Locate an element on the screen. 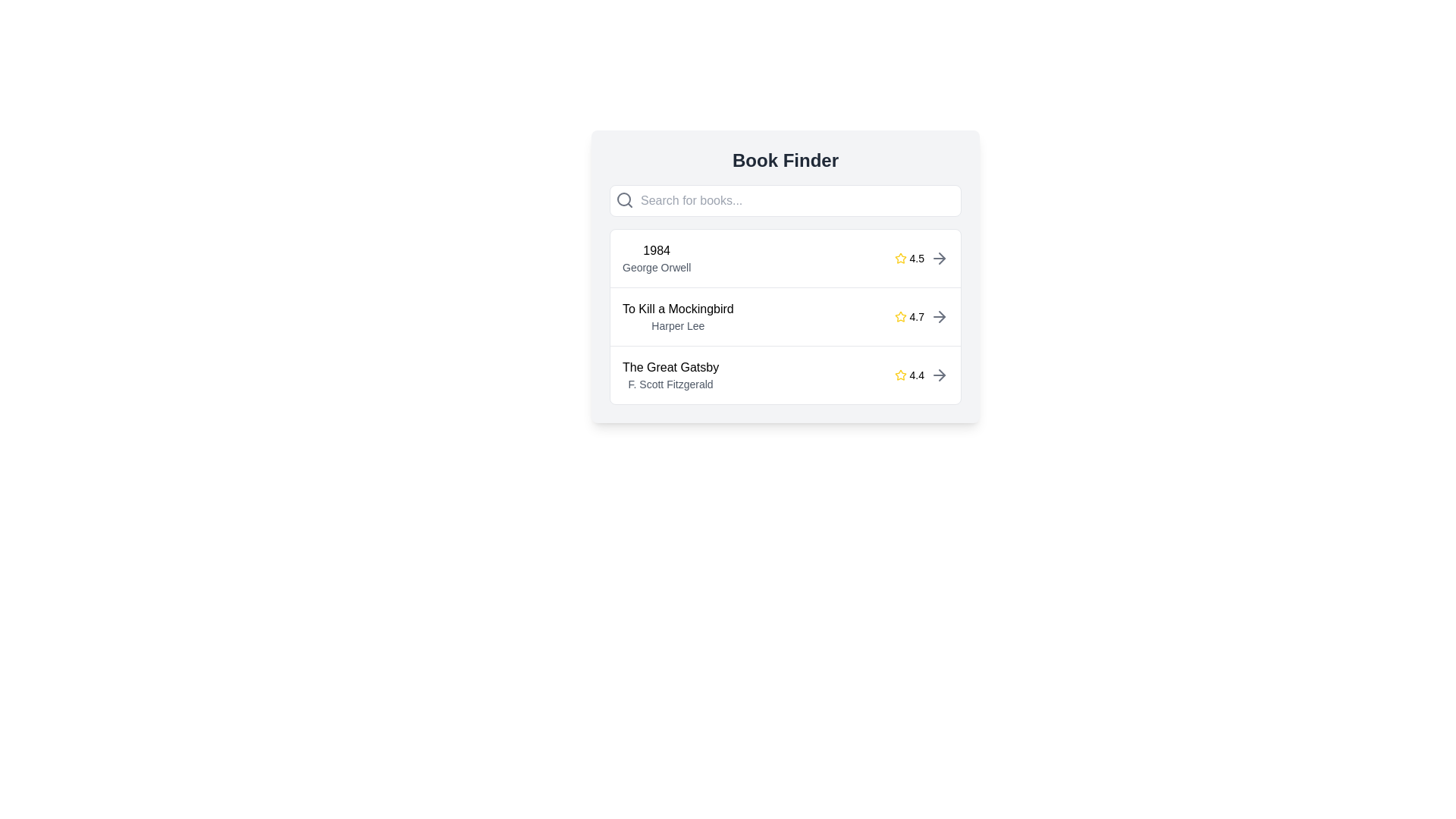 The image size is (1456, 819). the circular lens component of the search icon, which symbolizes a magnifying glass and is located at the left end of the search input box under the 'Book Finder' heading is located at coordinates (623, 198).